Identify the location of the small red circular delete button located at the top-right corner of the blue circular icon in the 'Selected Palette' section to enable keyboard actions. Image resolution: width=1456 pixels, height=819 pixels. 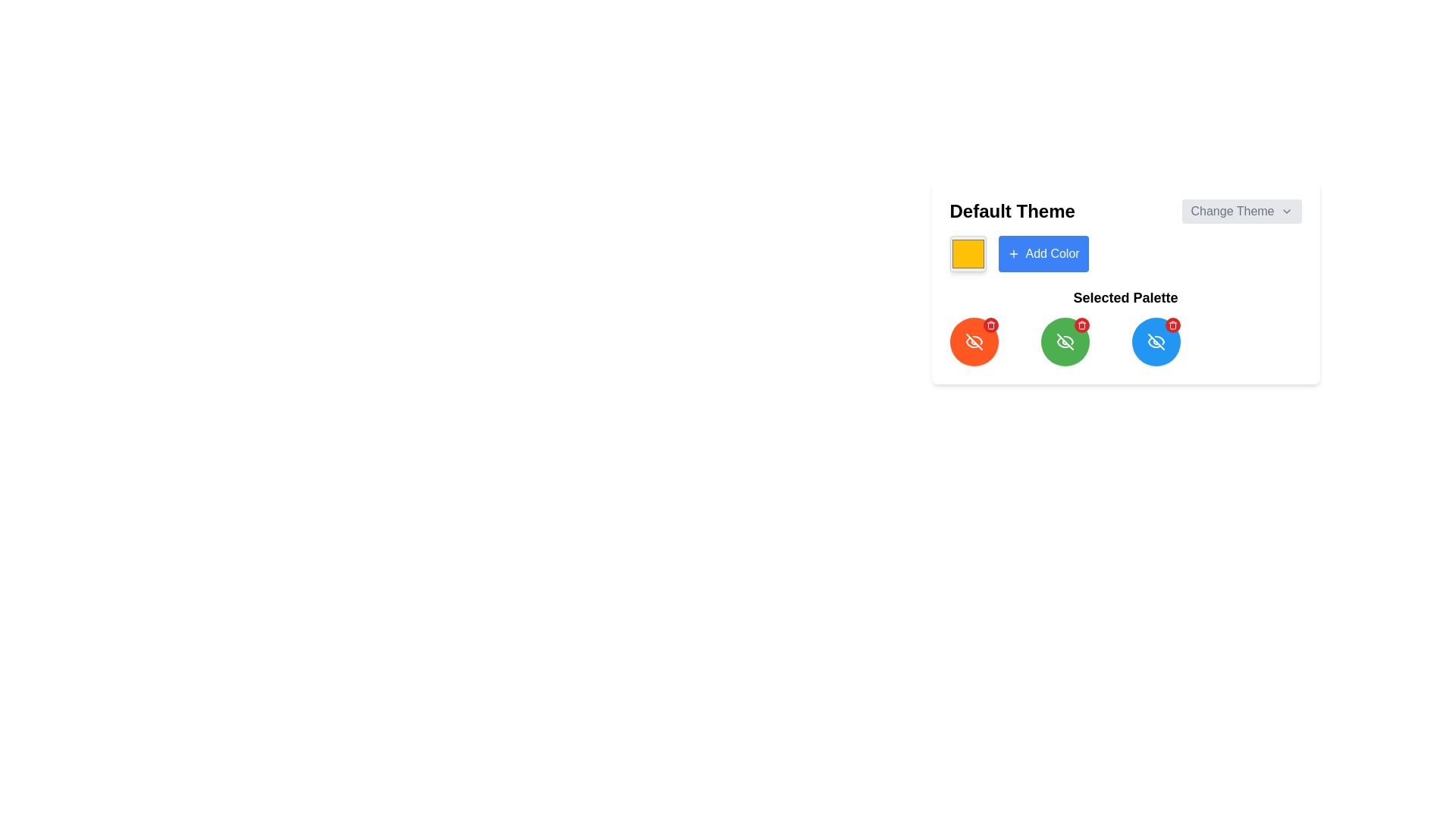
(1172, 324).